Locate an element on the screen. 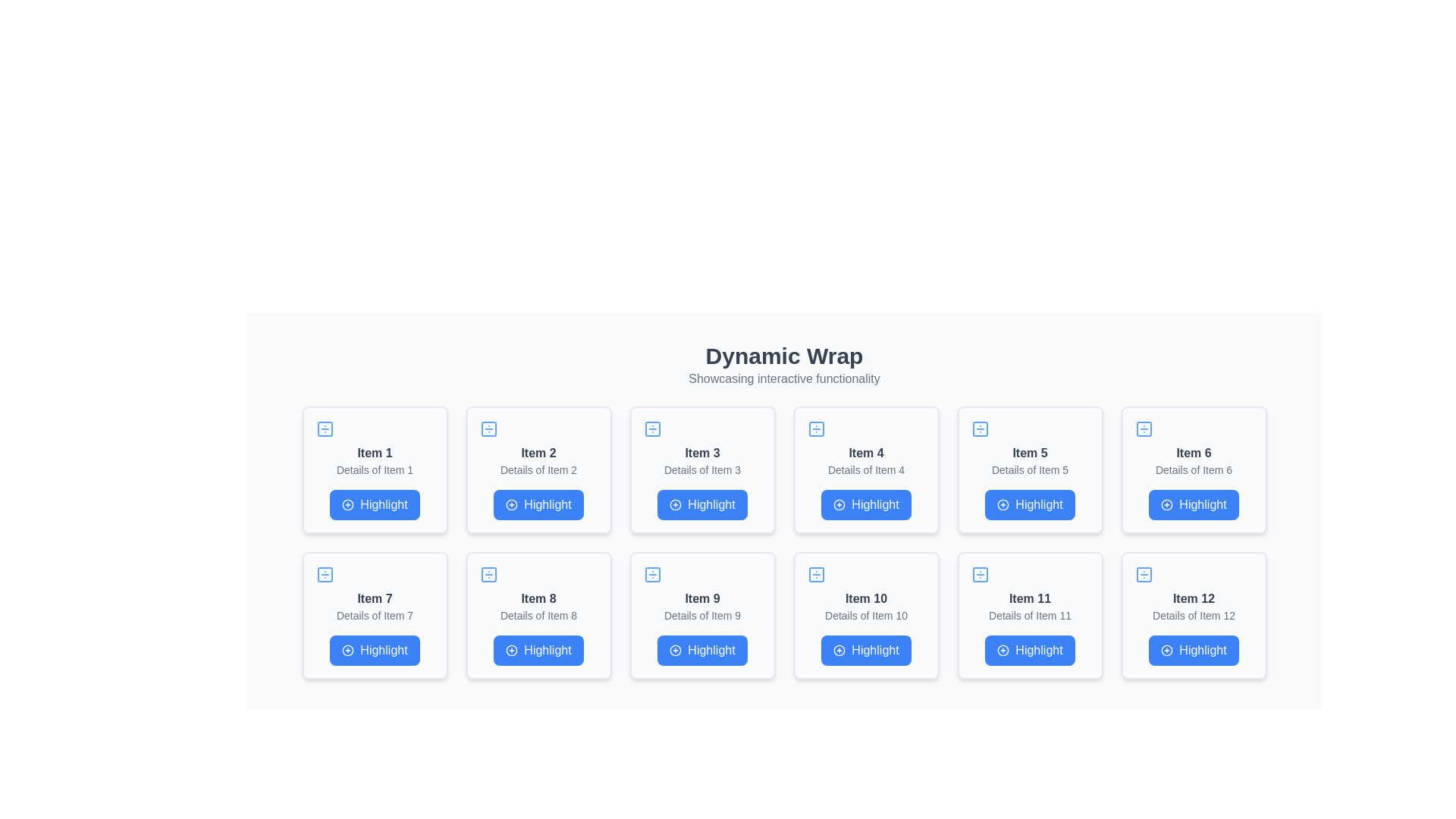 The width and height of the screenshot is (1456, 819). title and details of the interactive card component, which is the second card in the horizontal list of items is located at coordinates (538, 469).